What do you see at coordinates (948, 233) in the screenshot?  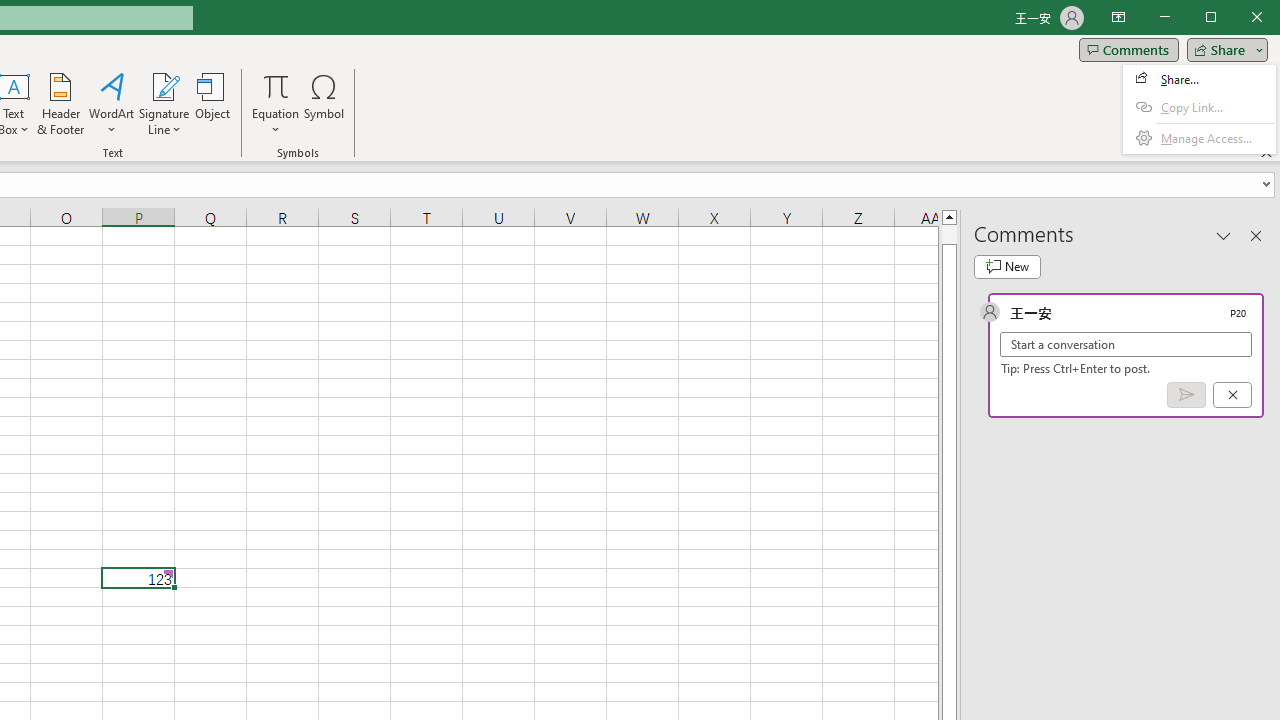 I see `'Page up'` at bounding box center [948, 233].